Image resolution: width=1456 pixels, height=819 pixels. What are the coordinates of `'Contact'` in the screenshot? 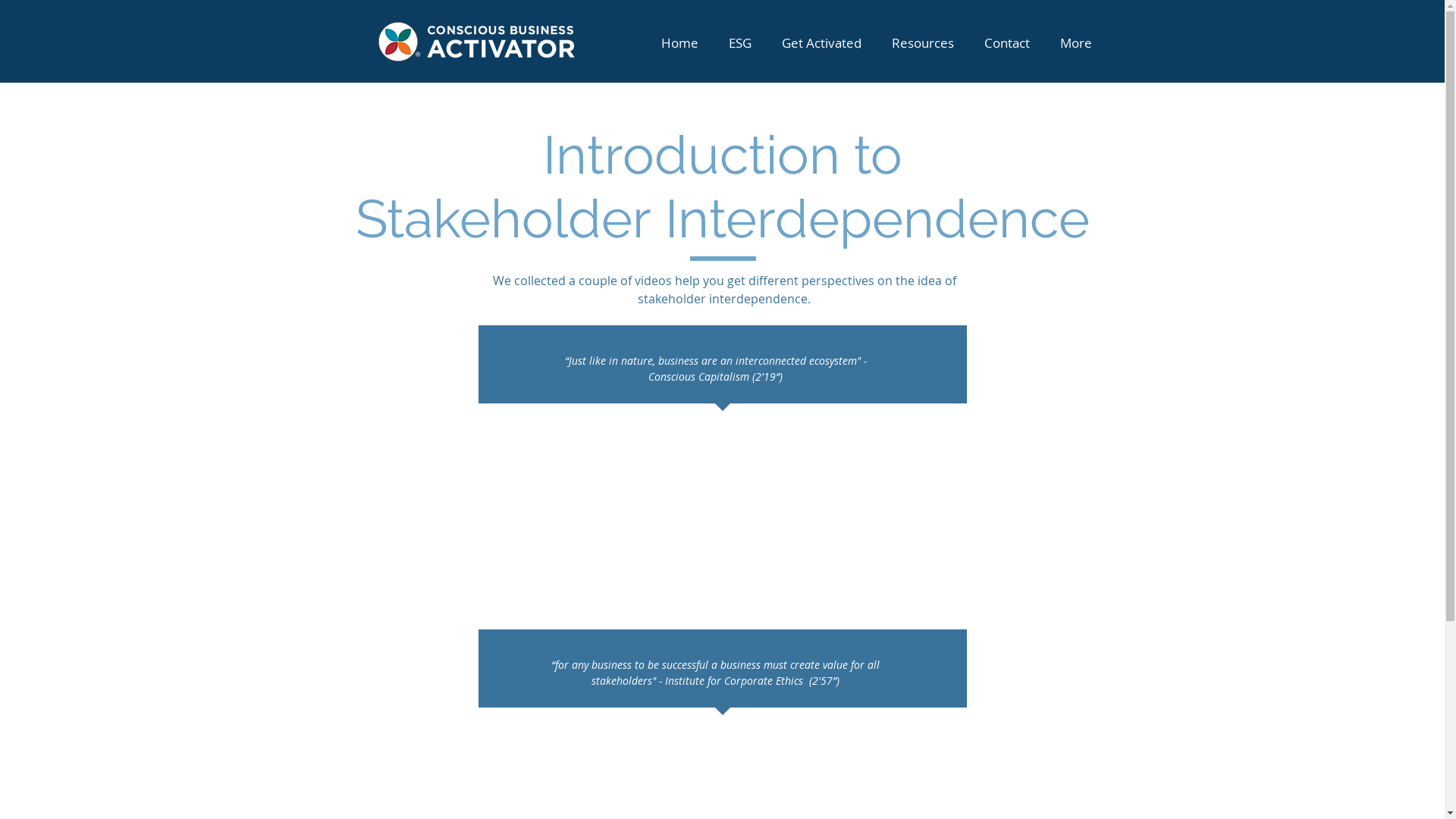 It's located at (1007, 42).